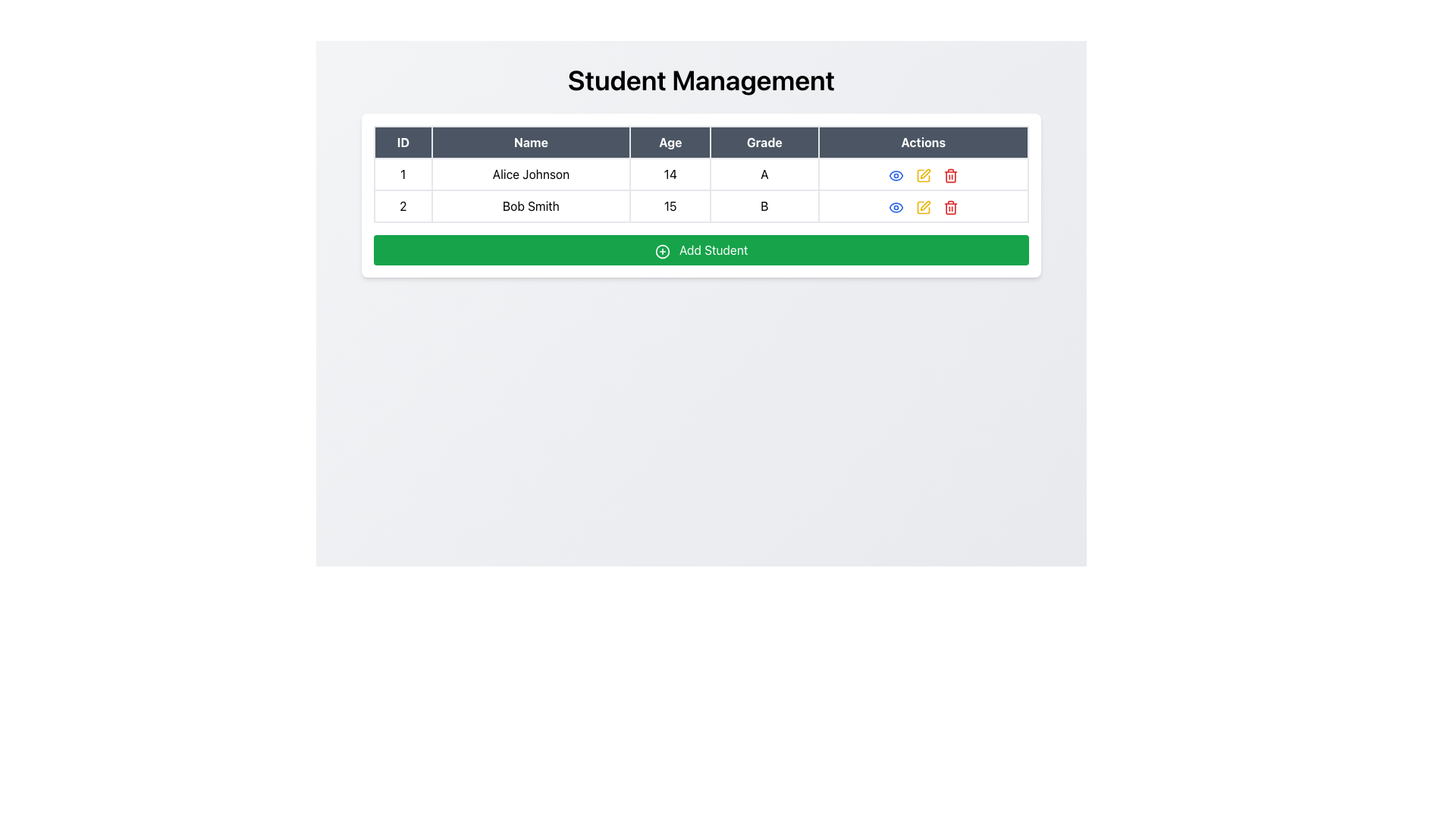 Image resolution: width=1456 pixels, height=819 pixels. I want to click on the table cell displaying the age of the student 'Bob Smith', located in the second row under the 'Age' column header, so click(670, 206).